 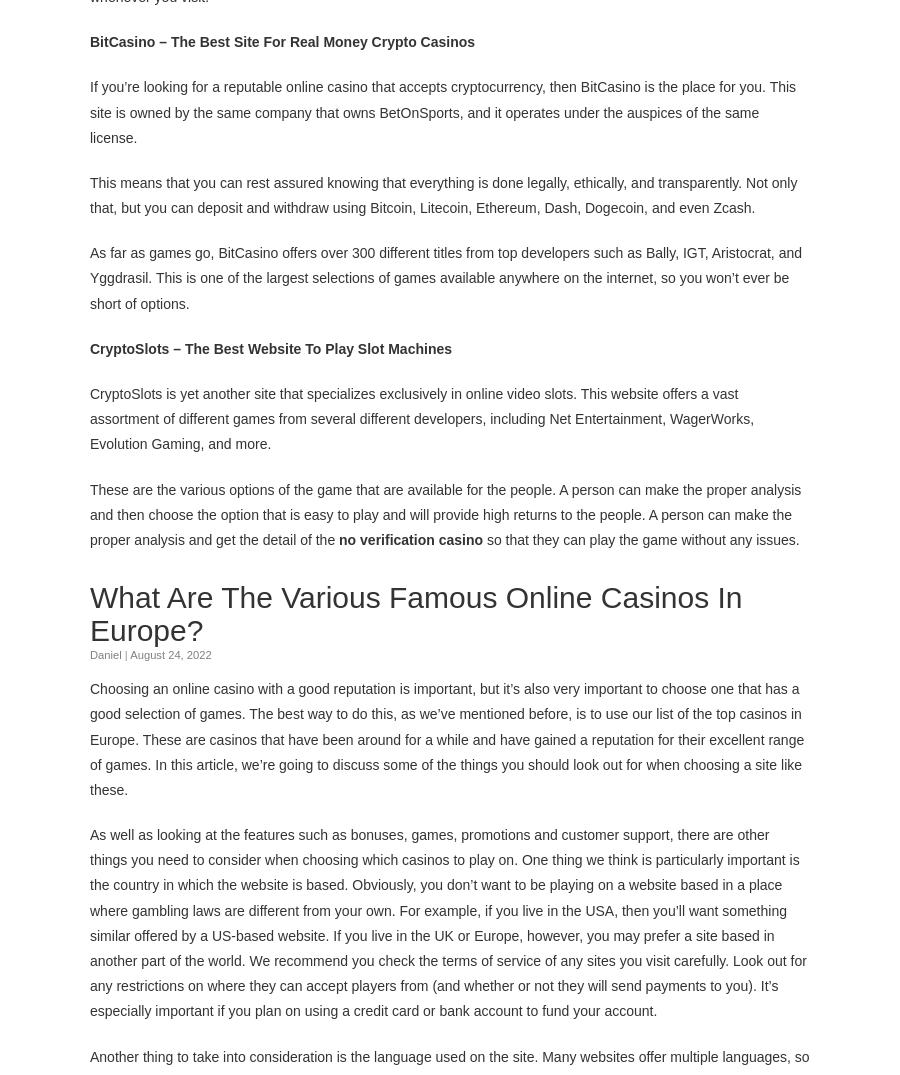 I want to click on 'BitCasino – The Best Site For Real Money Crypto Casinos', so click(x=283, y=39).